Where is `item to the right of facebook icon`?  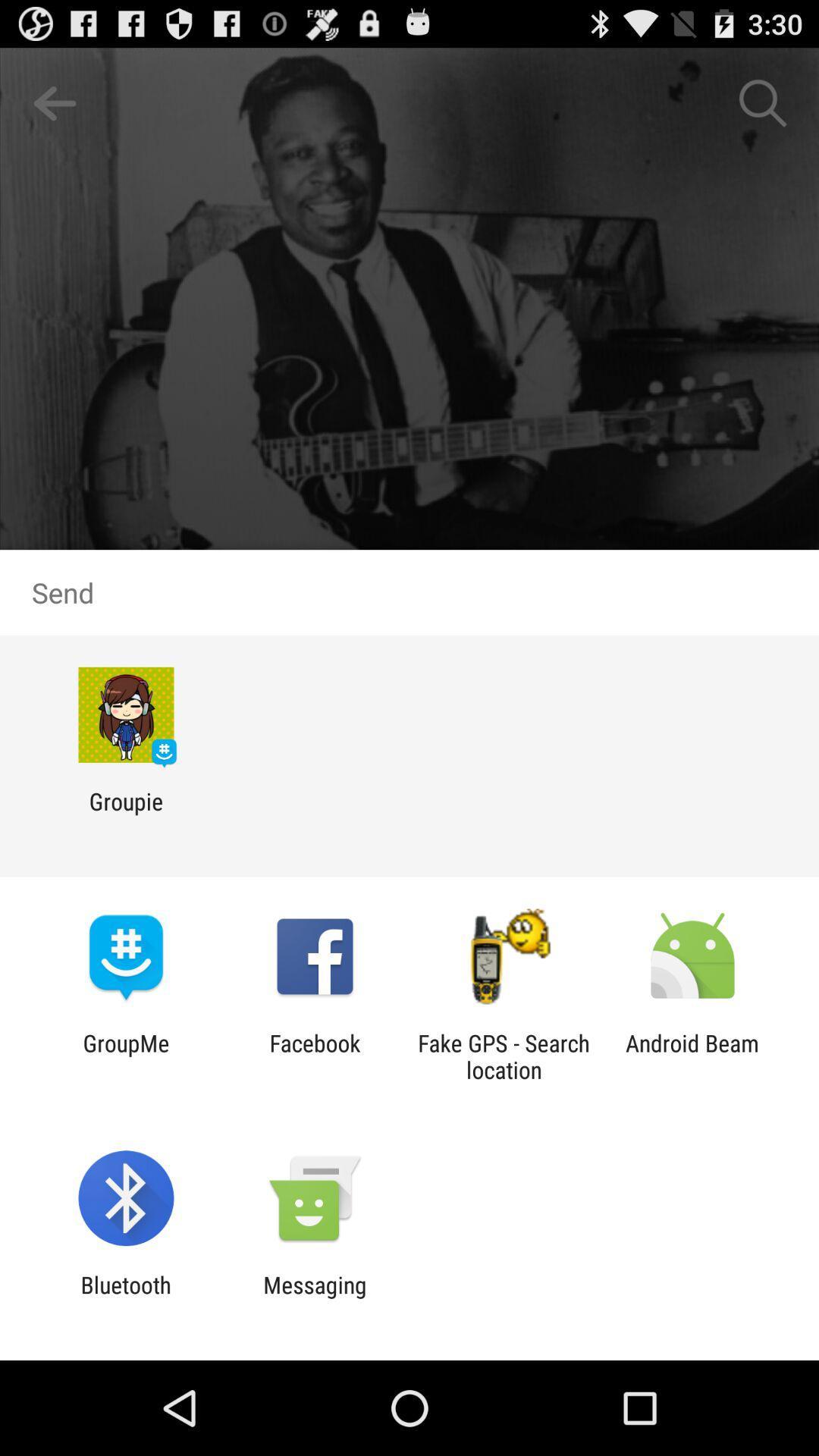 item to the right of facebook icon is located at coordinates (504, 1056).